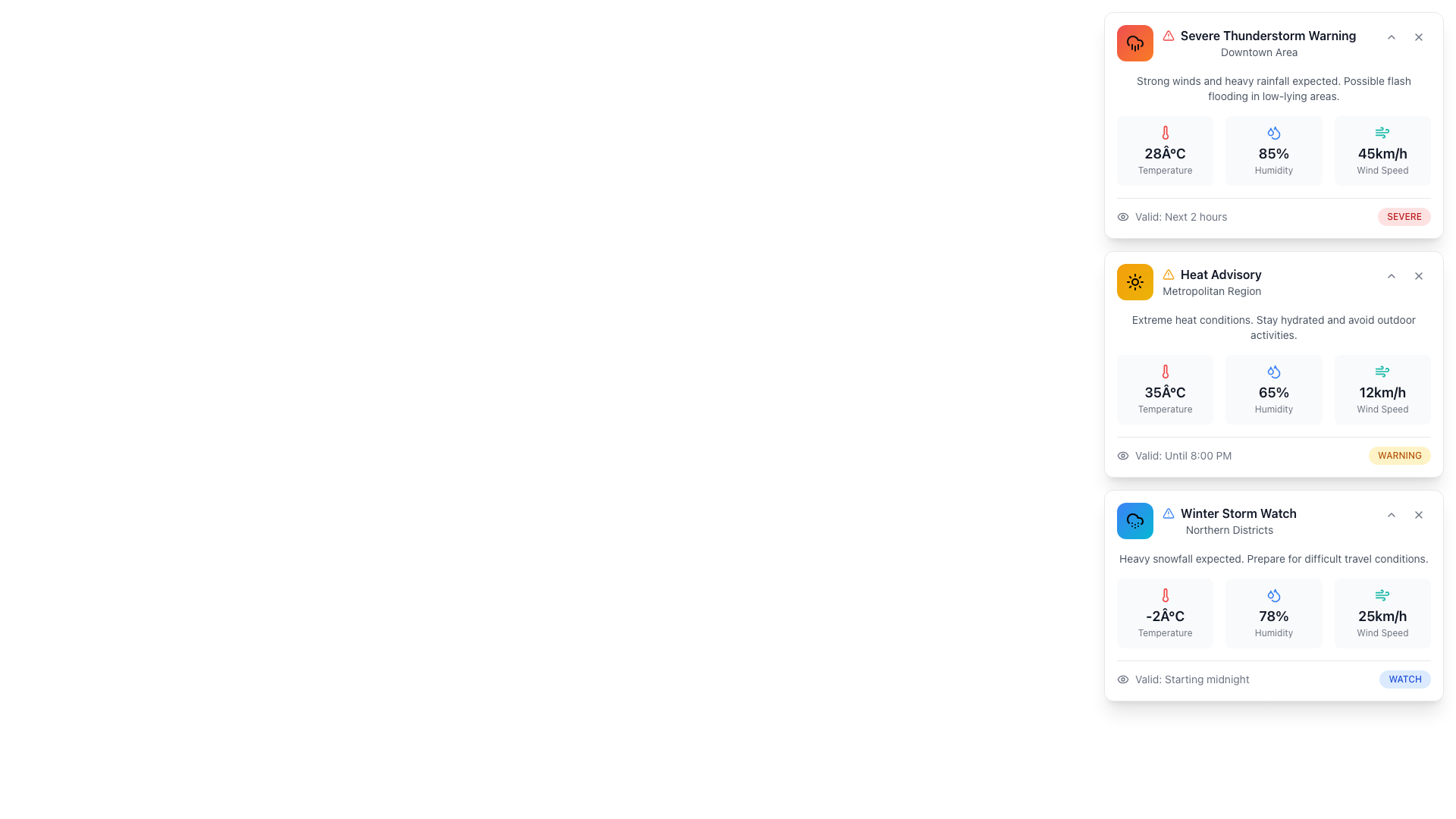 The width and height of the screenshot is (1456, 819). What do you see at coordinates (1418, 36) in the screenshot?
I see `the small rounded button with a grayish 'X' icon in the top-right corner of the 'Severe Thunderstorm Warning' card` at bounding box center [1418, 36].